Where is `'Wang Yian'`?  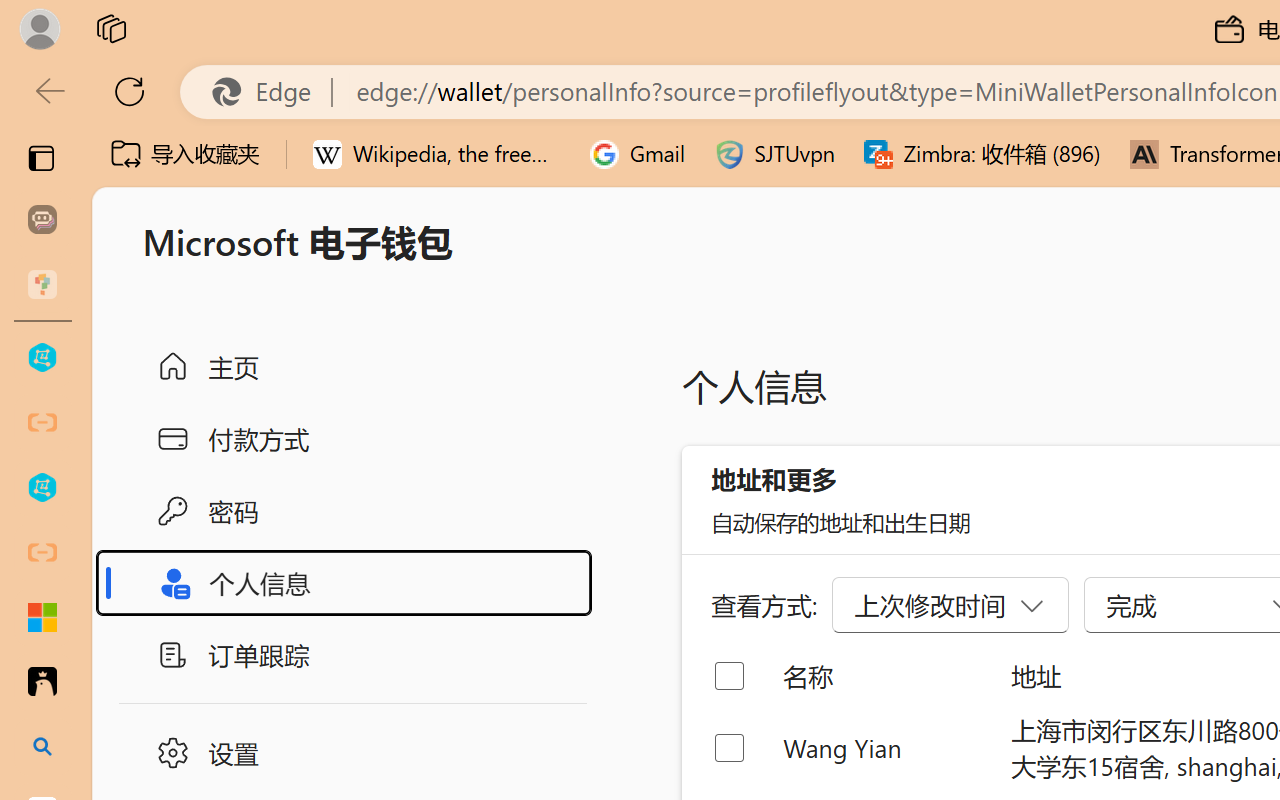
'Wang Yian' is located at coordinates (880, 747).